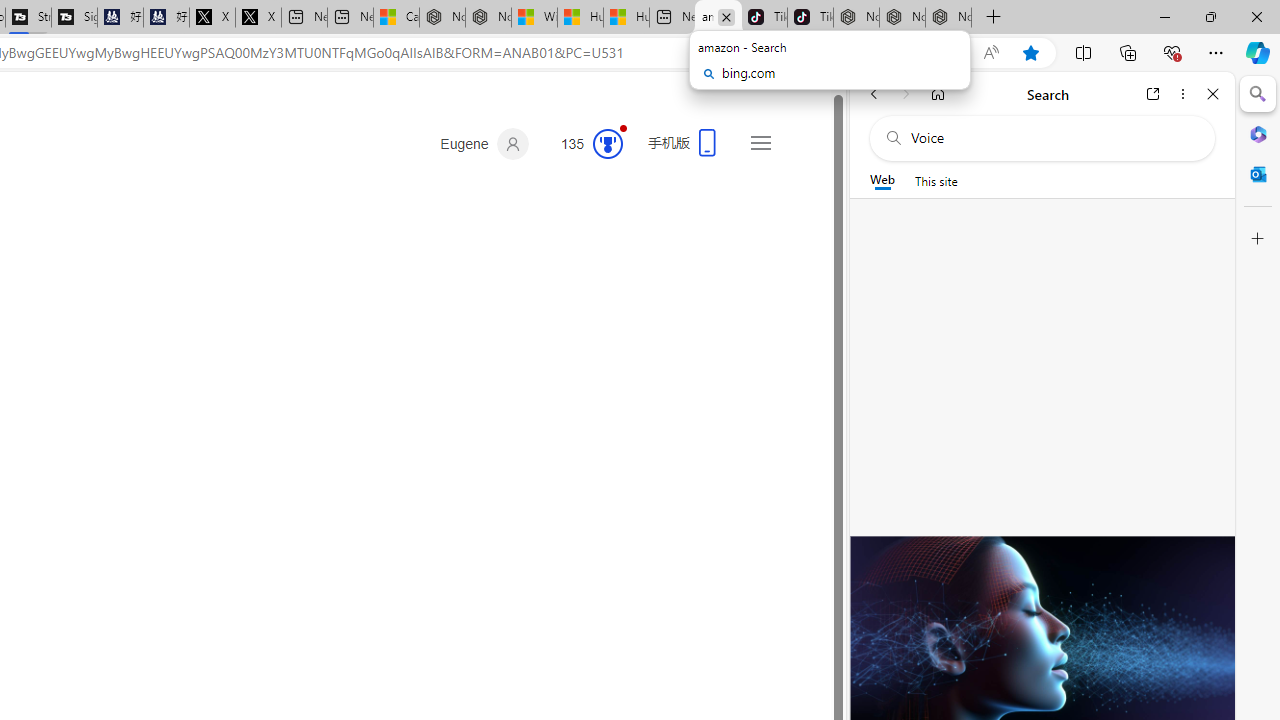 The height and width of the screenshot is (720, 1280). What do you see at coordinates (881, 180) in the screenshot?
I see `'Web scope'` at bounding box center [881, 180].